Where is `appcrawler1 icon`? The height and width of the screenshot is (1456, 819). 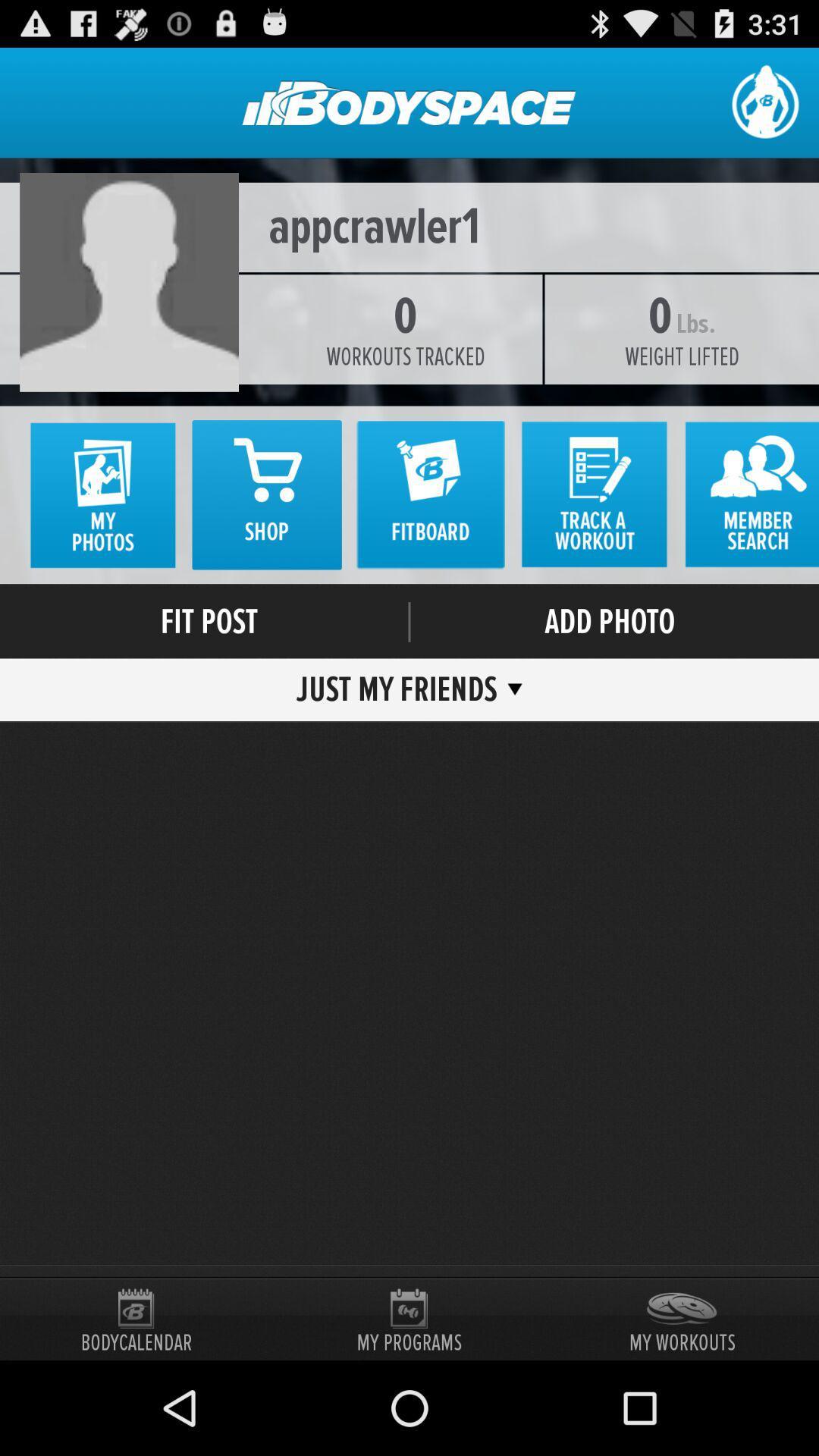
appcrawler1 icon is located at coordinates (409, 226).